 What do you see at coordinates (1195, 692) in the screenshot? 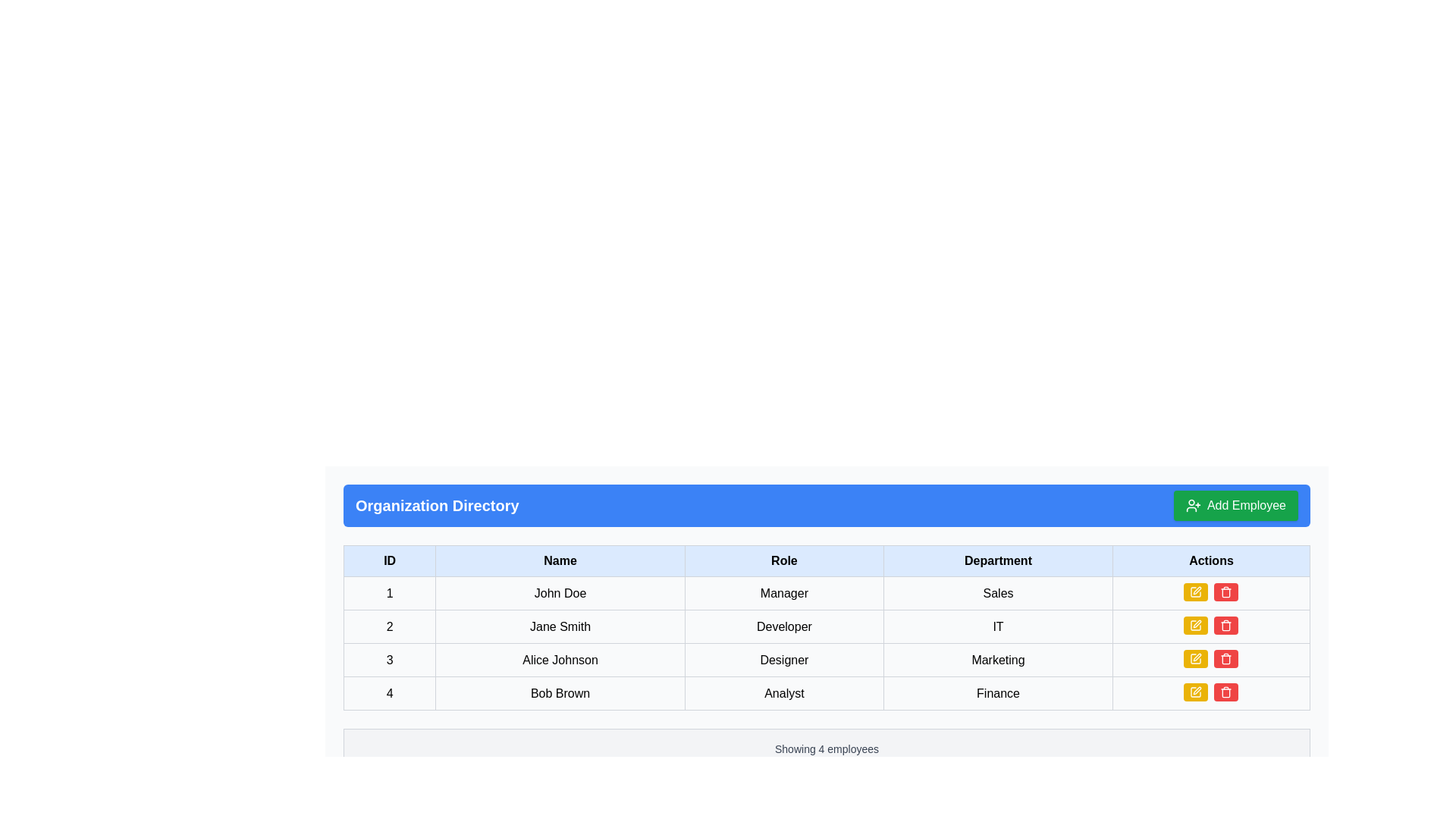
I see `the yellow edit button with a pen icon in the last row of the 'Actions' column of the 'Organization Directory' table to initiate an edit action` at bounding box center [1195, 692].